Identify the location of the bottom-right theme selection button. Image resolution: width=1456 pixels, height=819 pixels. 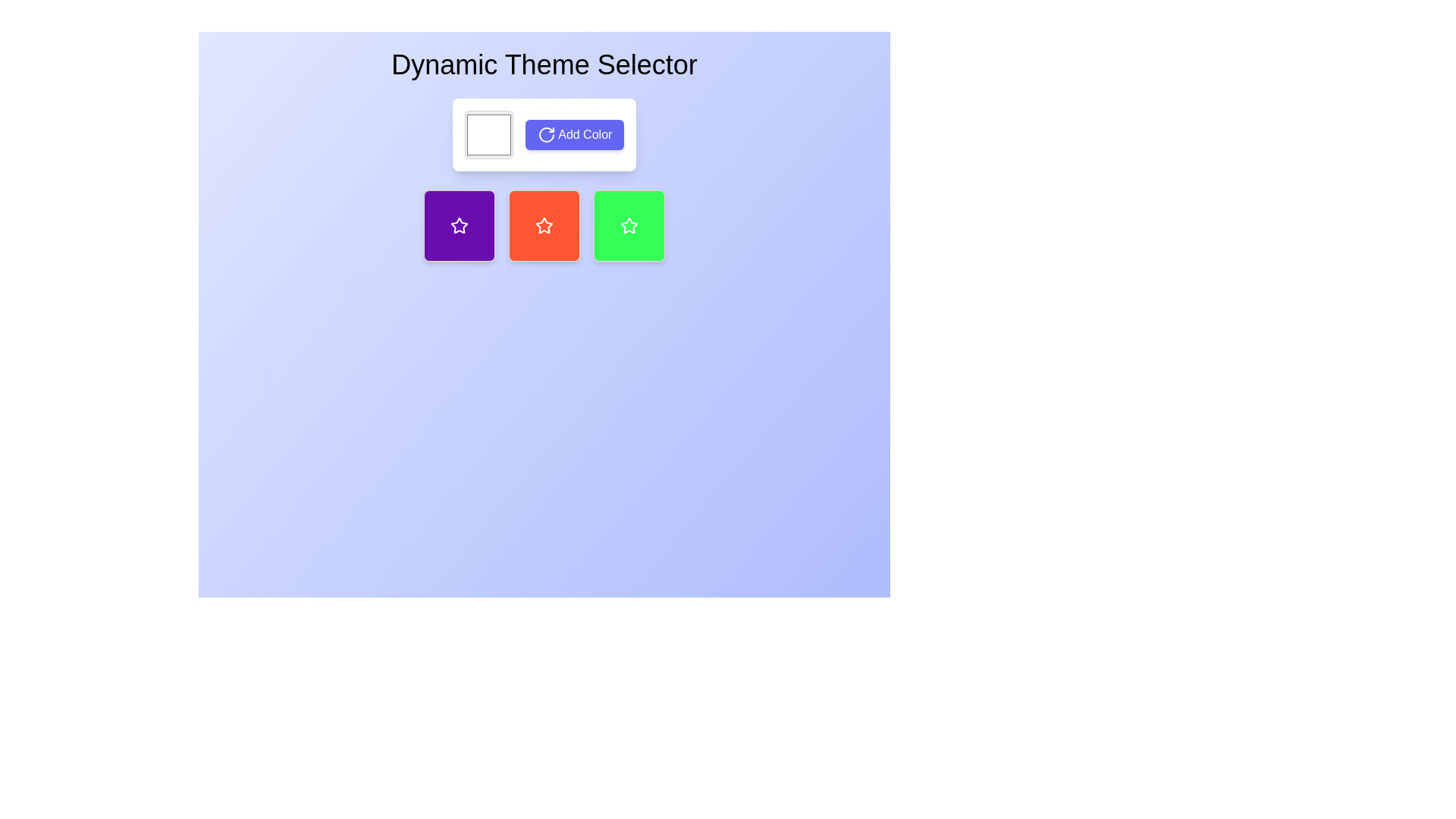
(629, 225).